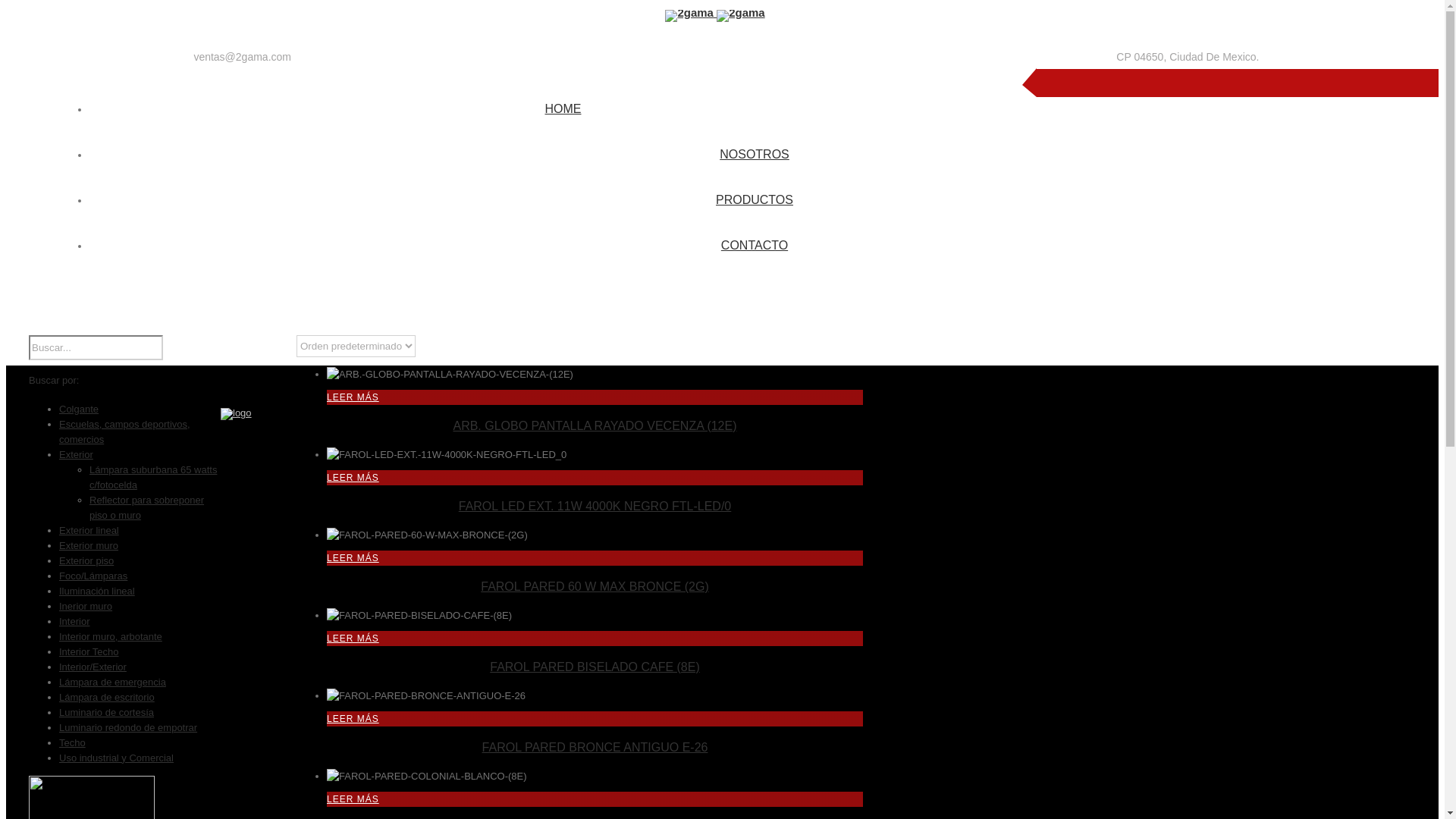 This screenshot has height=819, width=1456. Describe the element at coordinates (127, 726) in the screenshot. I see `'Luminario redondo de empotrar'` at that location.